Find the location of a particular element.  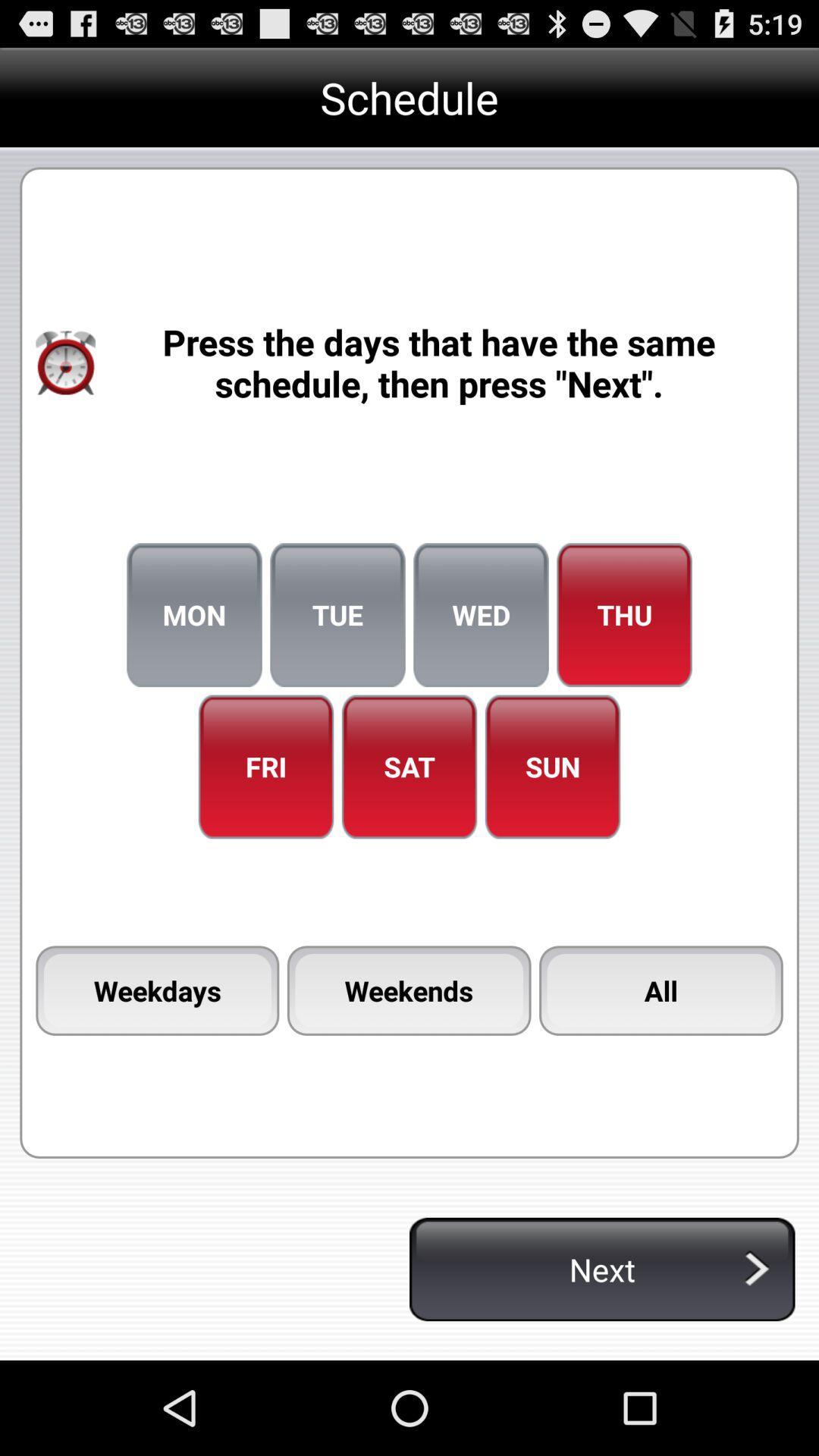

item to the left of the all icon is located at coordinates (408, 990).